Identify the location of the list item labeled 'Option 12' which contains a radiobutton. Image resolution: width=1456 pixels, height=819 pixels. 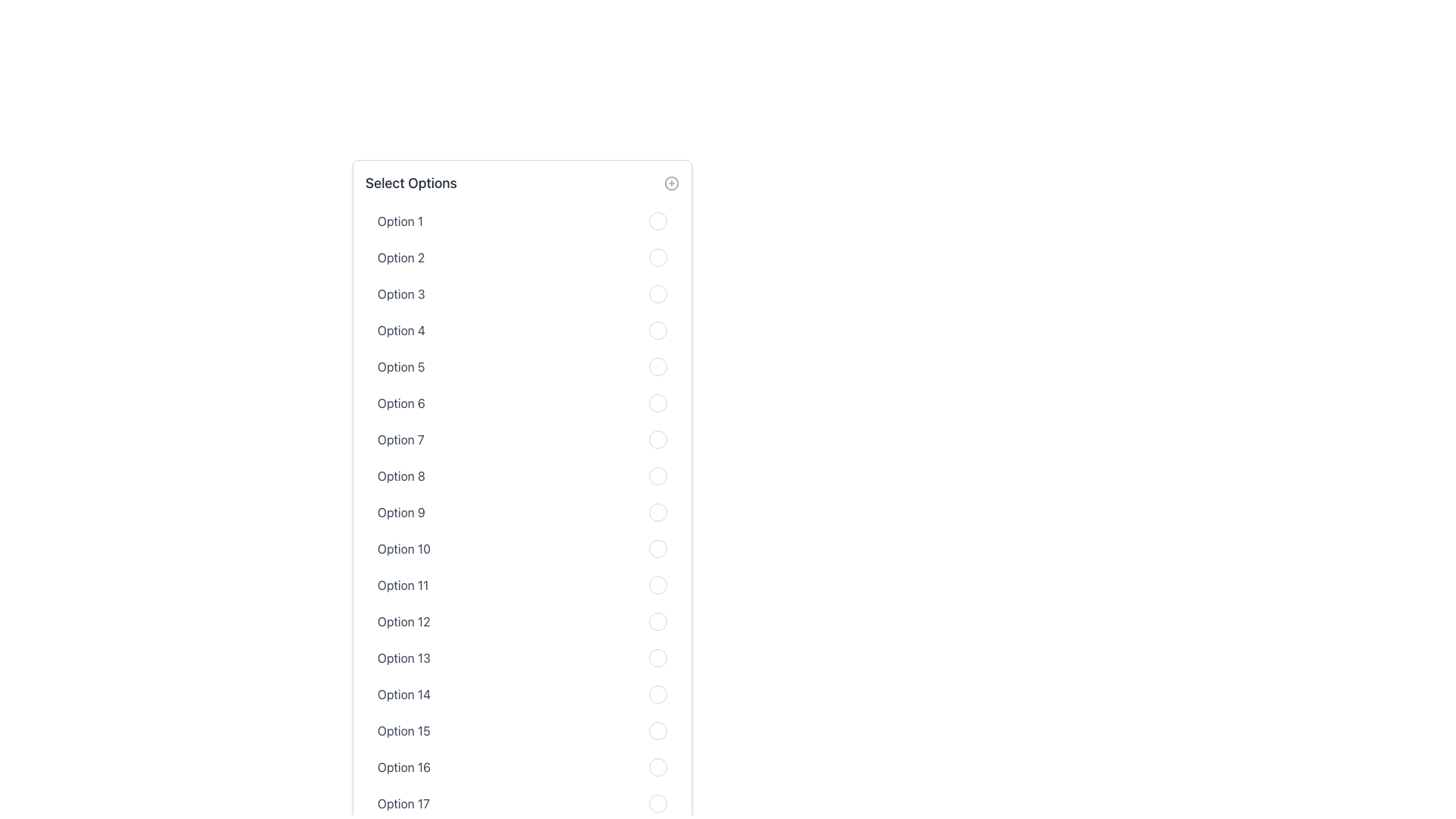
(522, 622).